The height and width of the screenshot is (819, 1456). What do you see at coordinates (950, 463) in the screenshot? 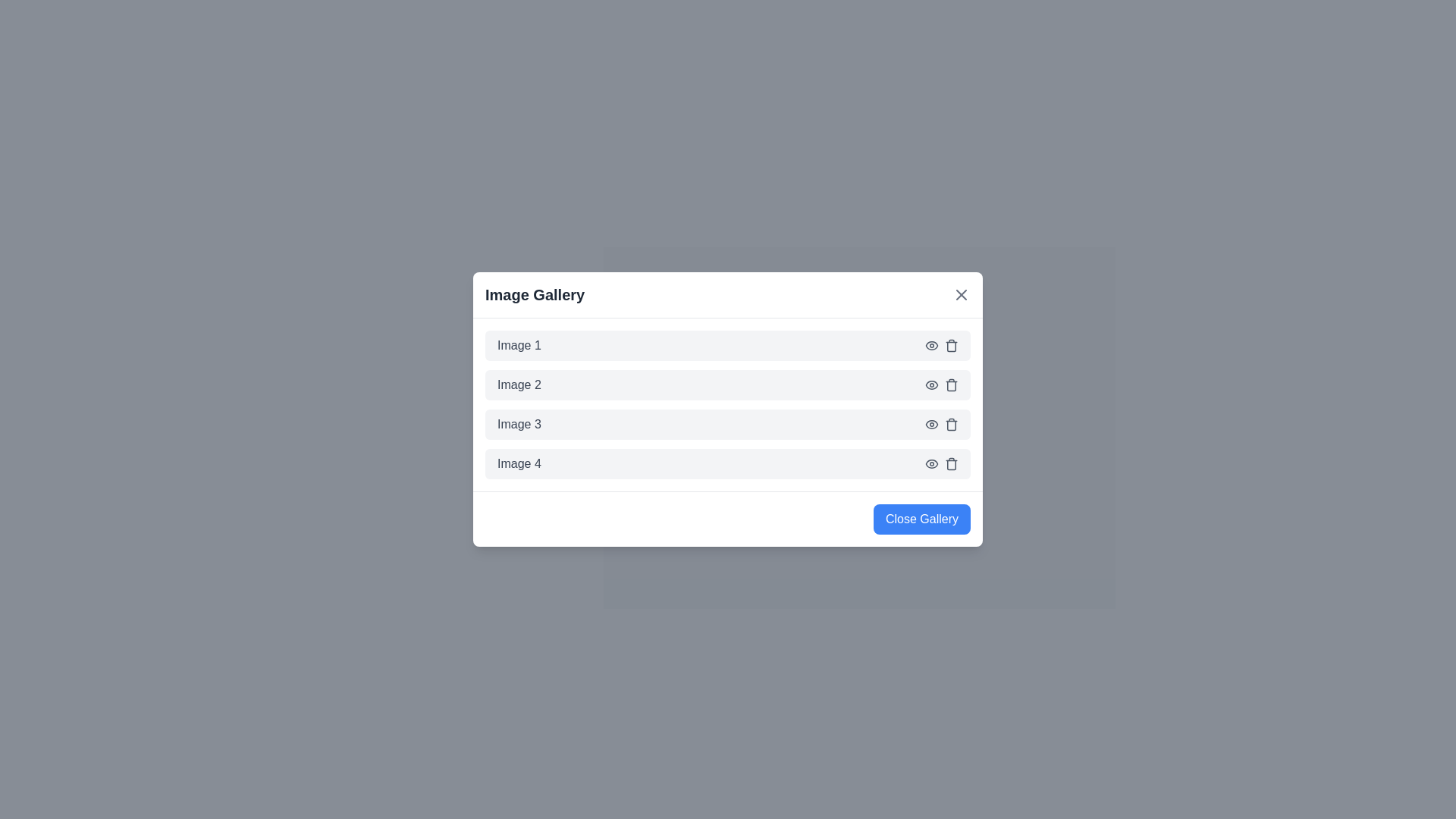
I see `the trash icon button with a gray outline located to the right of the eye icon for 'Image 4' in the image gallery` at bounding box center [950, 463].